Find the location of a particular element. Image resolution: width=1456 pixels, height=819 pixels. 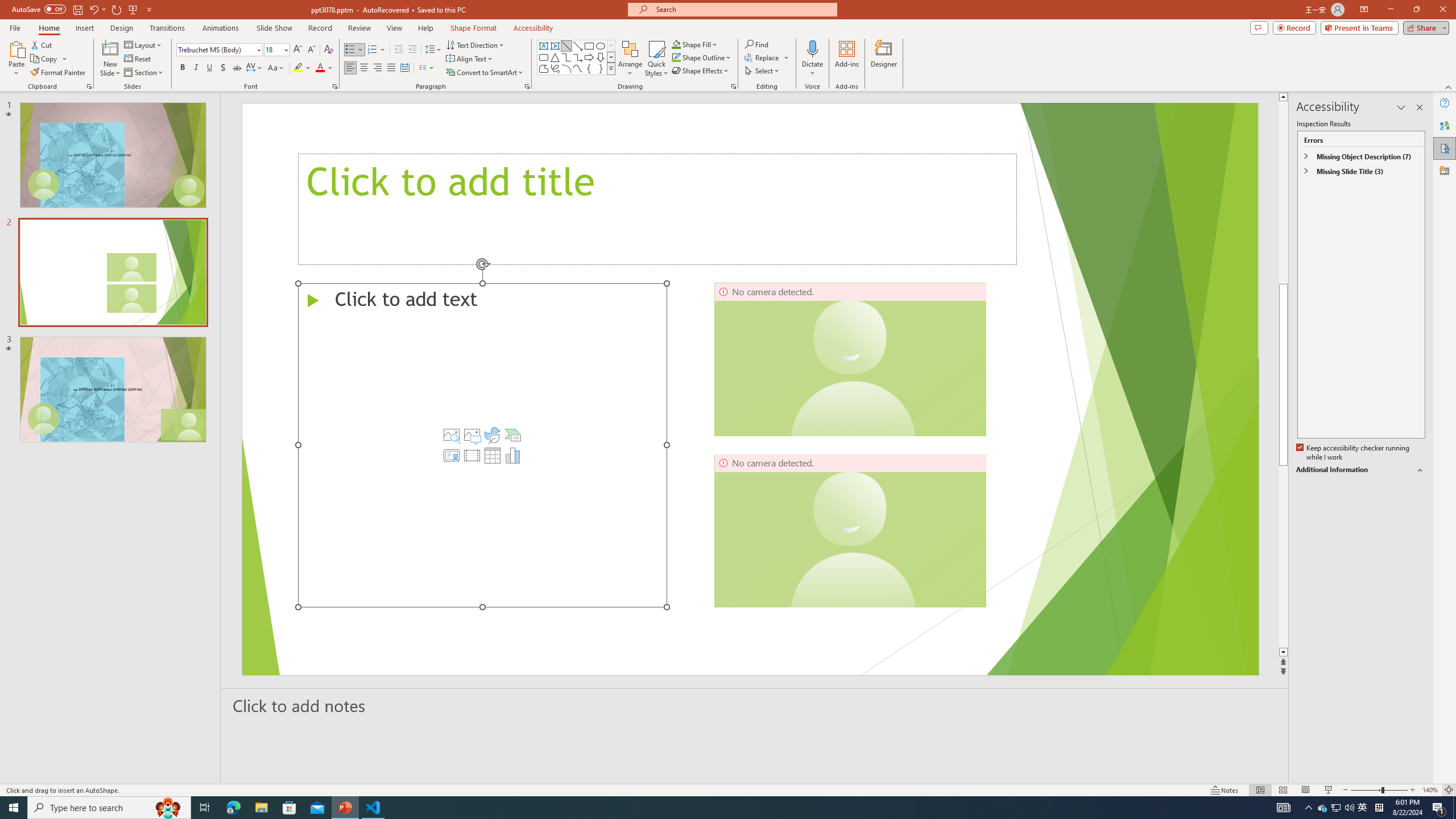

'Change Case' is located at coordinates (276, 67).